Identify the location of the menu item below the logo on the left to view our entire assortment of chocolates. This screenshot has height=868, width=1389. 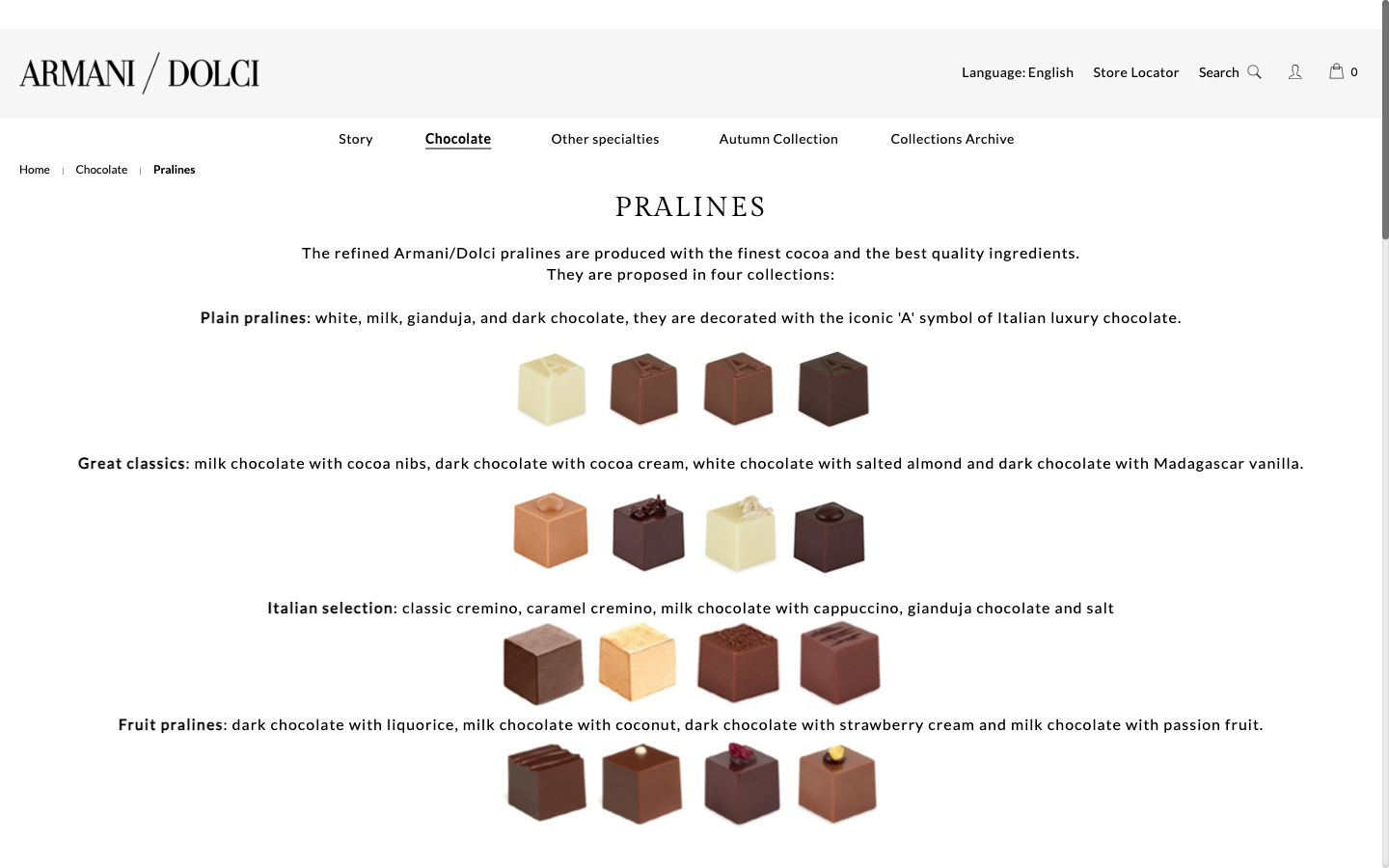
(101, 169).